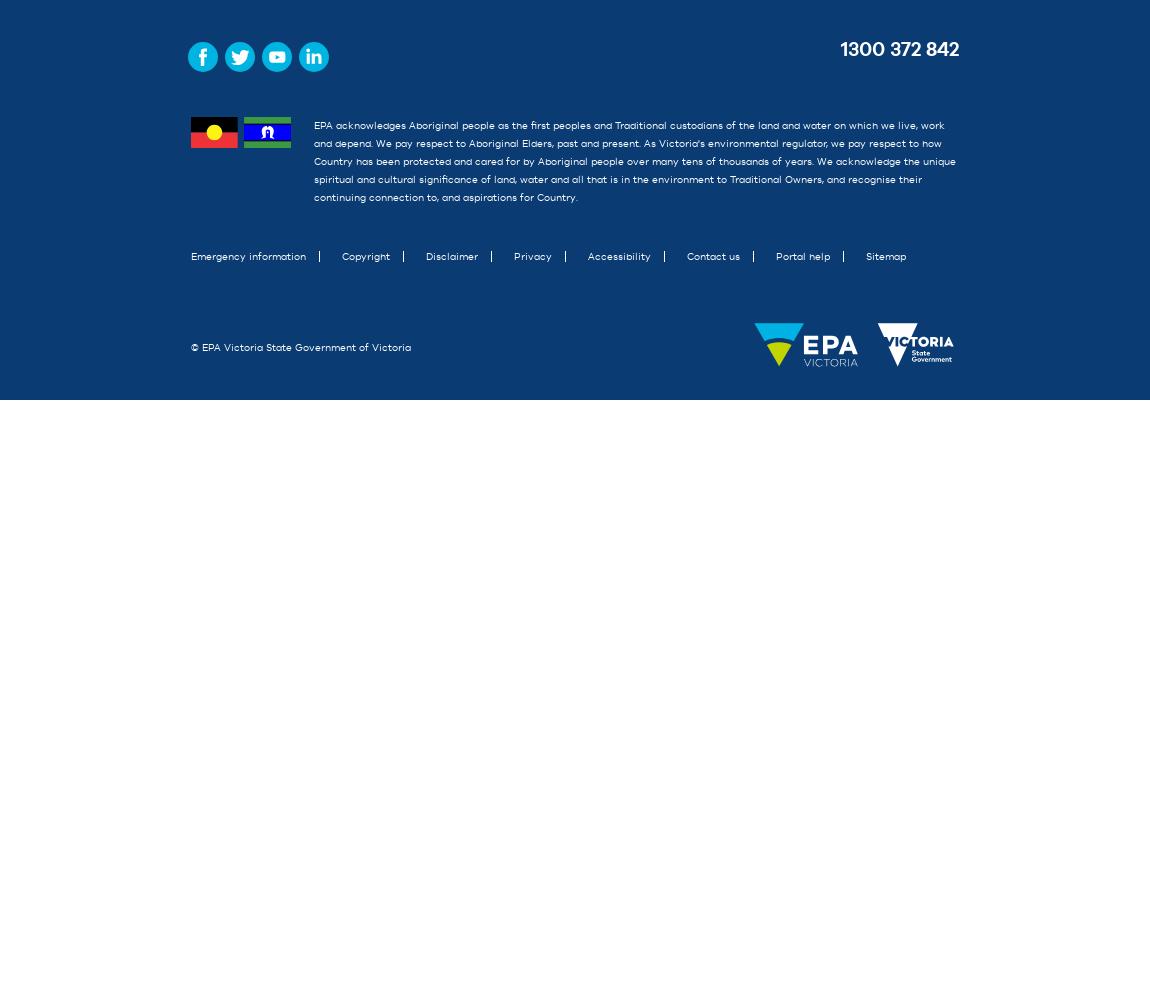 The width and height of the screenshot is (1150, 1000). Describe the element at coordinates (514, 256) in the screenshot. I see `'Privacy'` at that location.